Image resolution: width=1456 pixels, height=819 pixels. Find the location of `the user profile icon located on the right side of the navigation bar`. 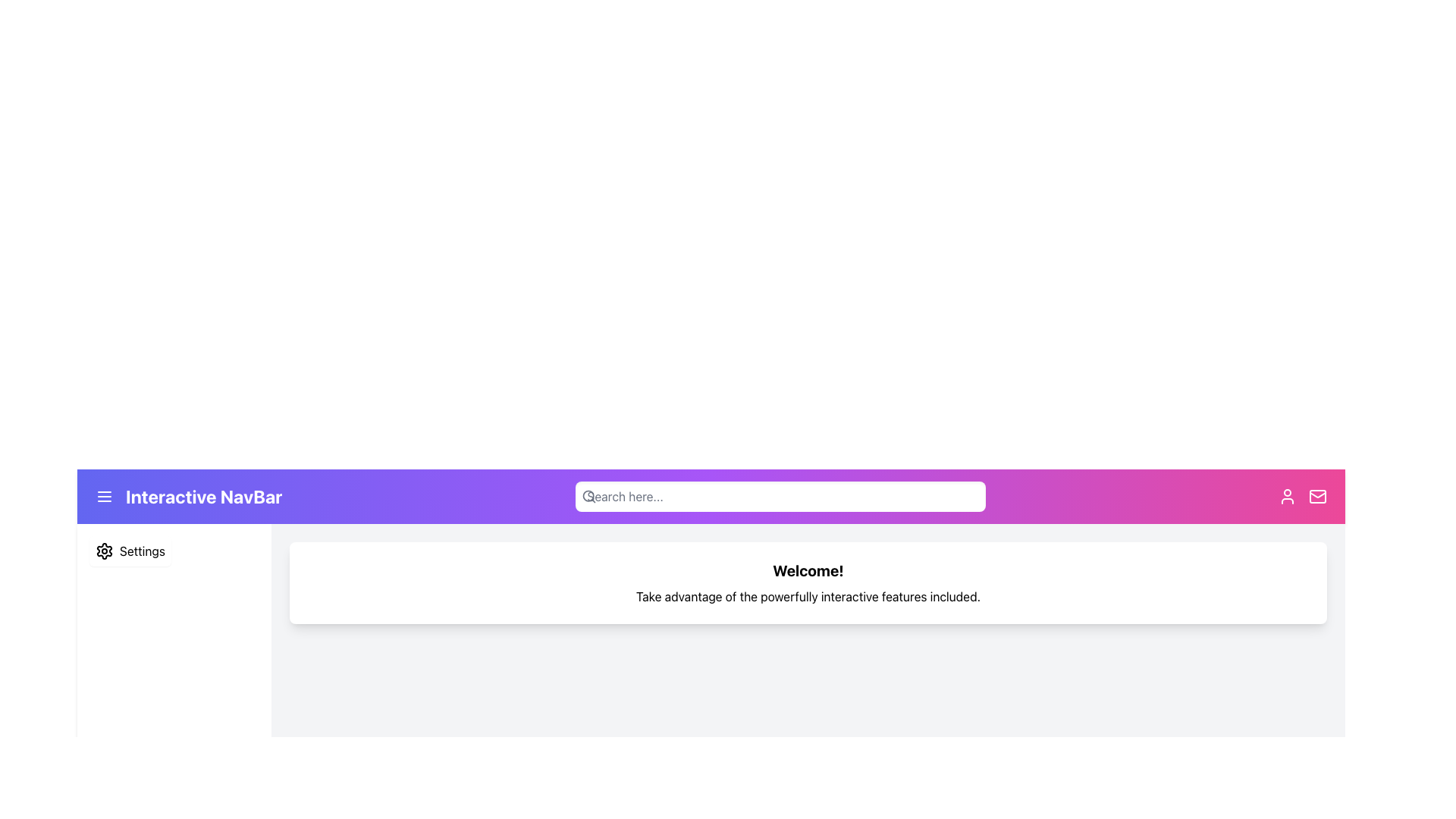

the user profile icon located on the right side of the navigation bar is located at coordinates (1287, 497).